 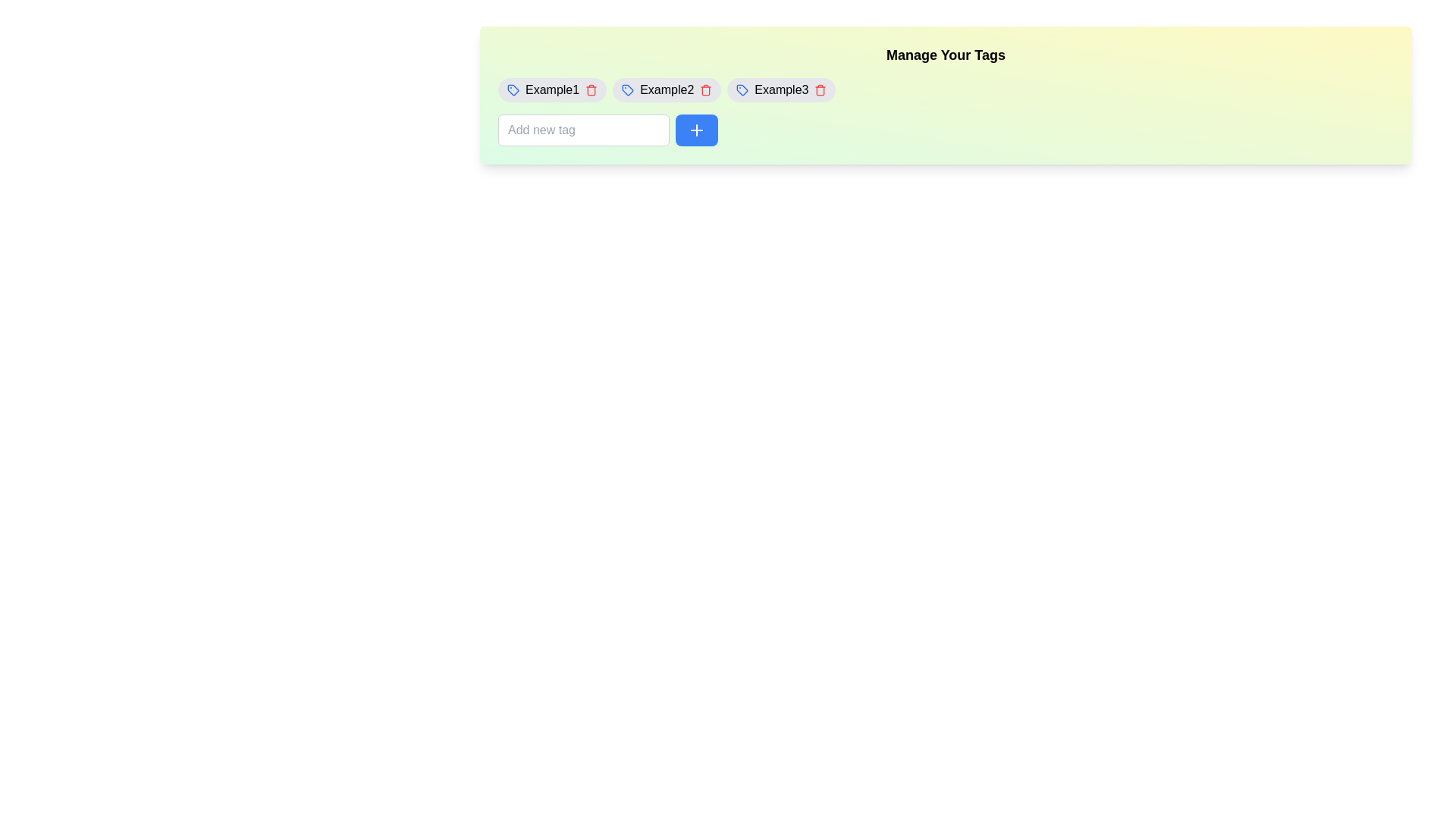 I want to click on the tag labeled 'Example2', so click(x=667, y=90).